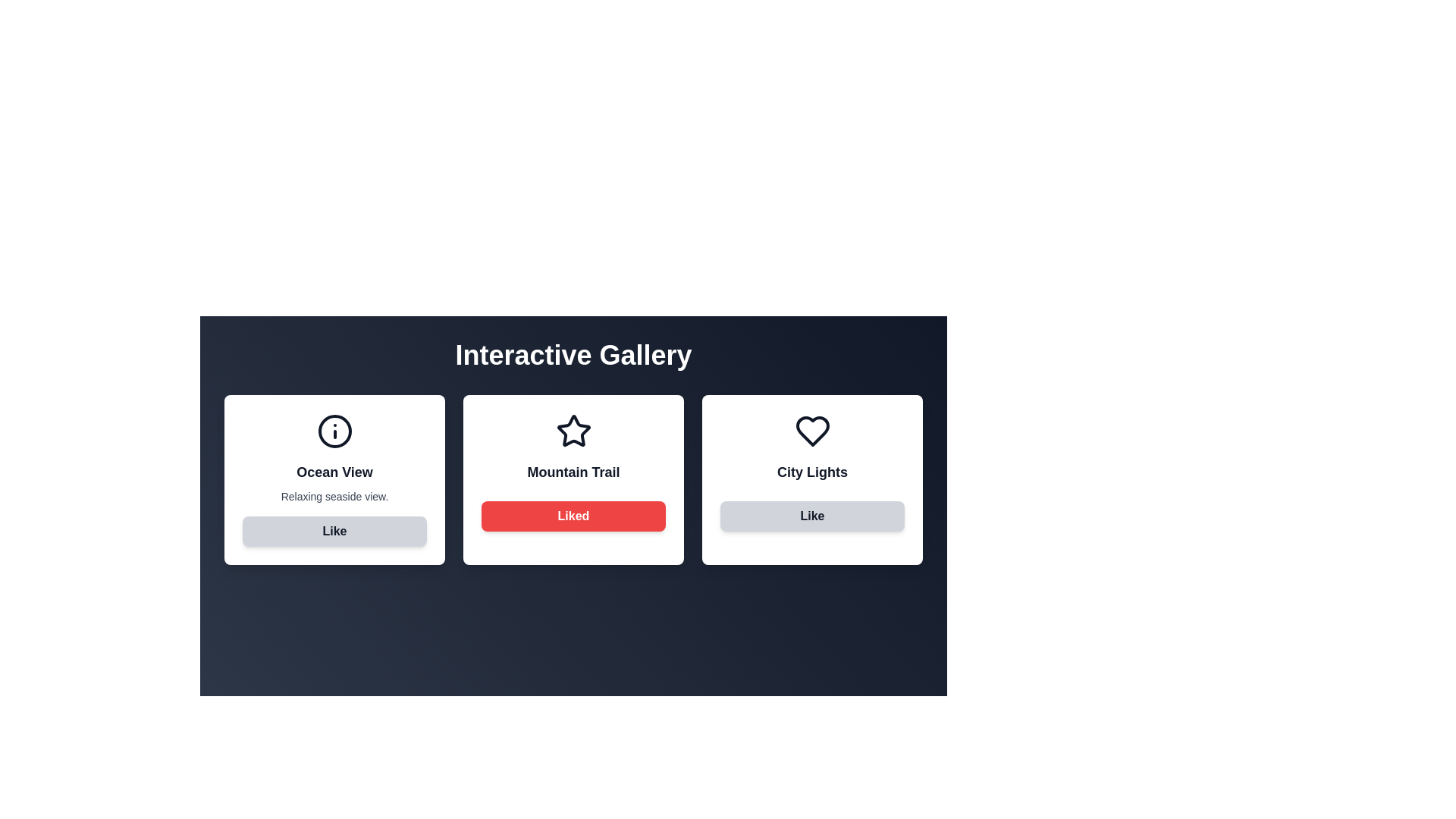 This screenshot has height=819, width=1456. Describe the element at coordinates (573, 356) in the screenshot. I see `text displayed in the title Text Label at the top center of the interactive gallery interface` at that location.